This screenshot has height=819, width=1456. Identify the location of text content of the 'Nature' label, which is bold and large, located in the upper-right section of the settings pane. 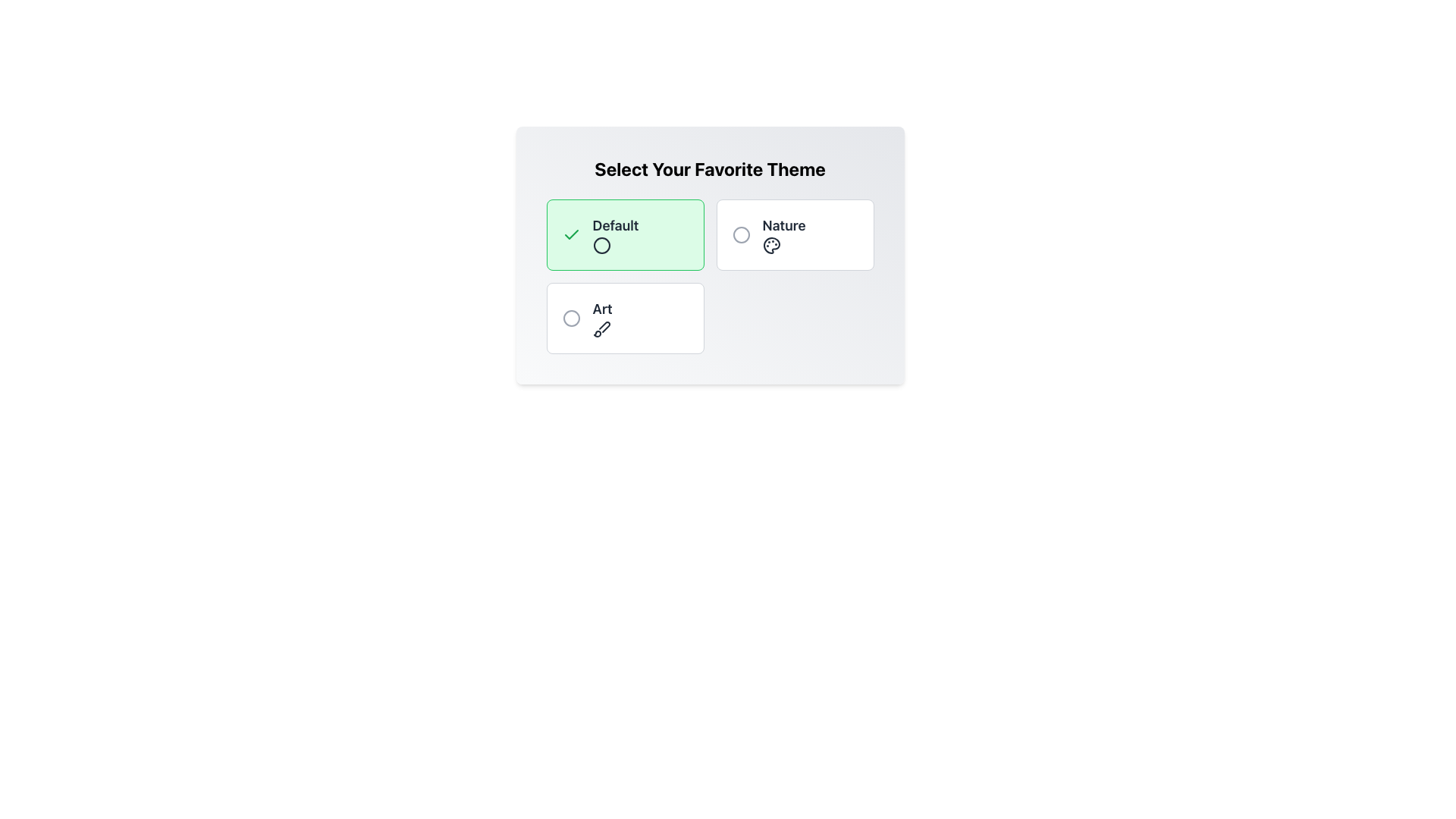
(784, 225).